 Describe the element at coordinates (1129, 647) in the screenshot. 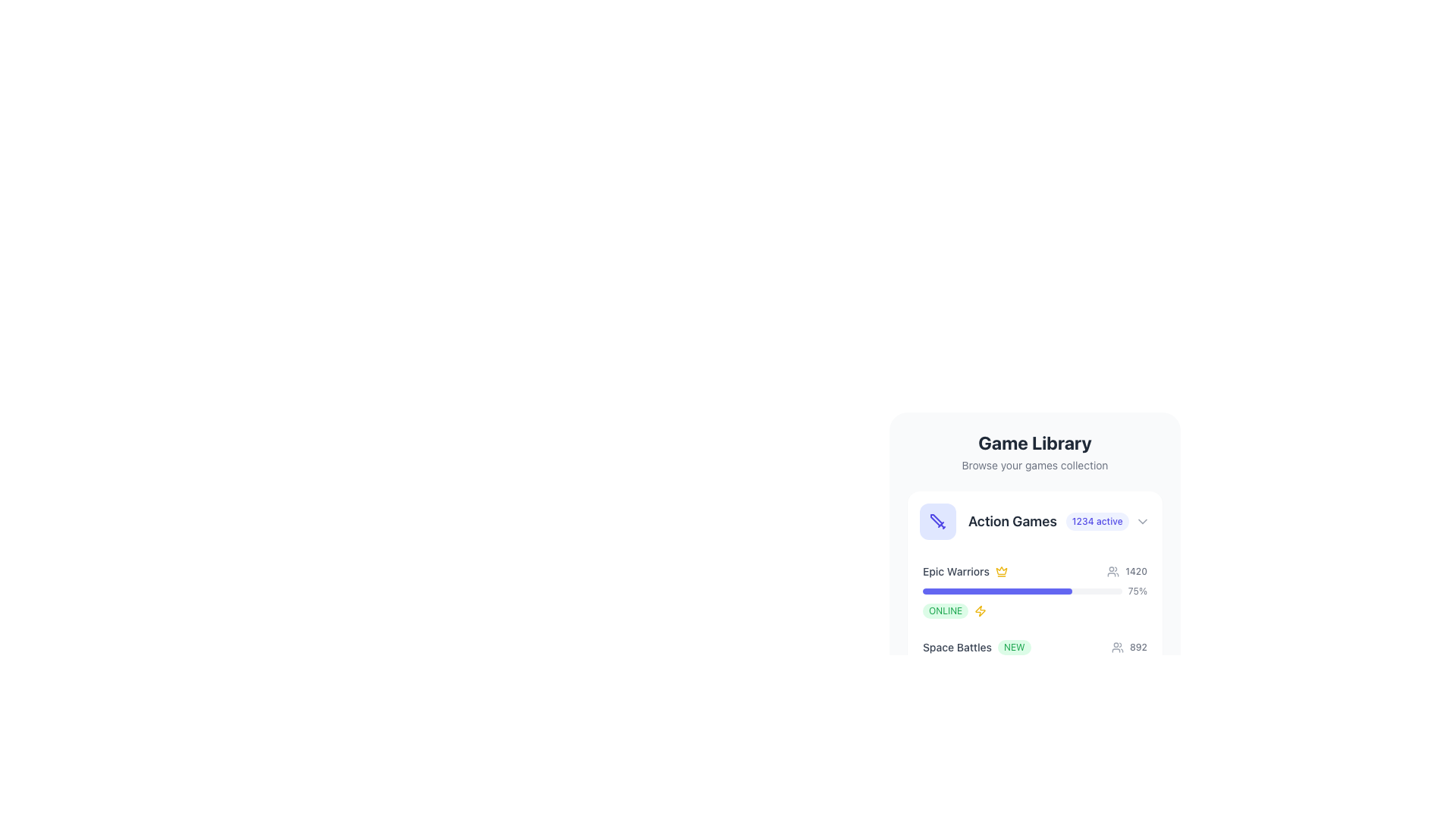

I see `the text label displaying the number '892' located in the 'Space Battles' section of the 'Action Games' card, which is positioned to the right of a gray icon resembling a group of people` at that location.